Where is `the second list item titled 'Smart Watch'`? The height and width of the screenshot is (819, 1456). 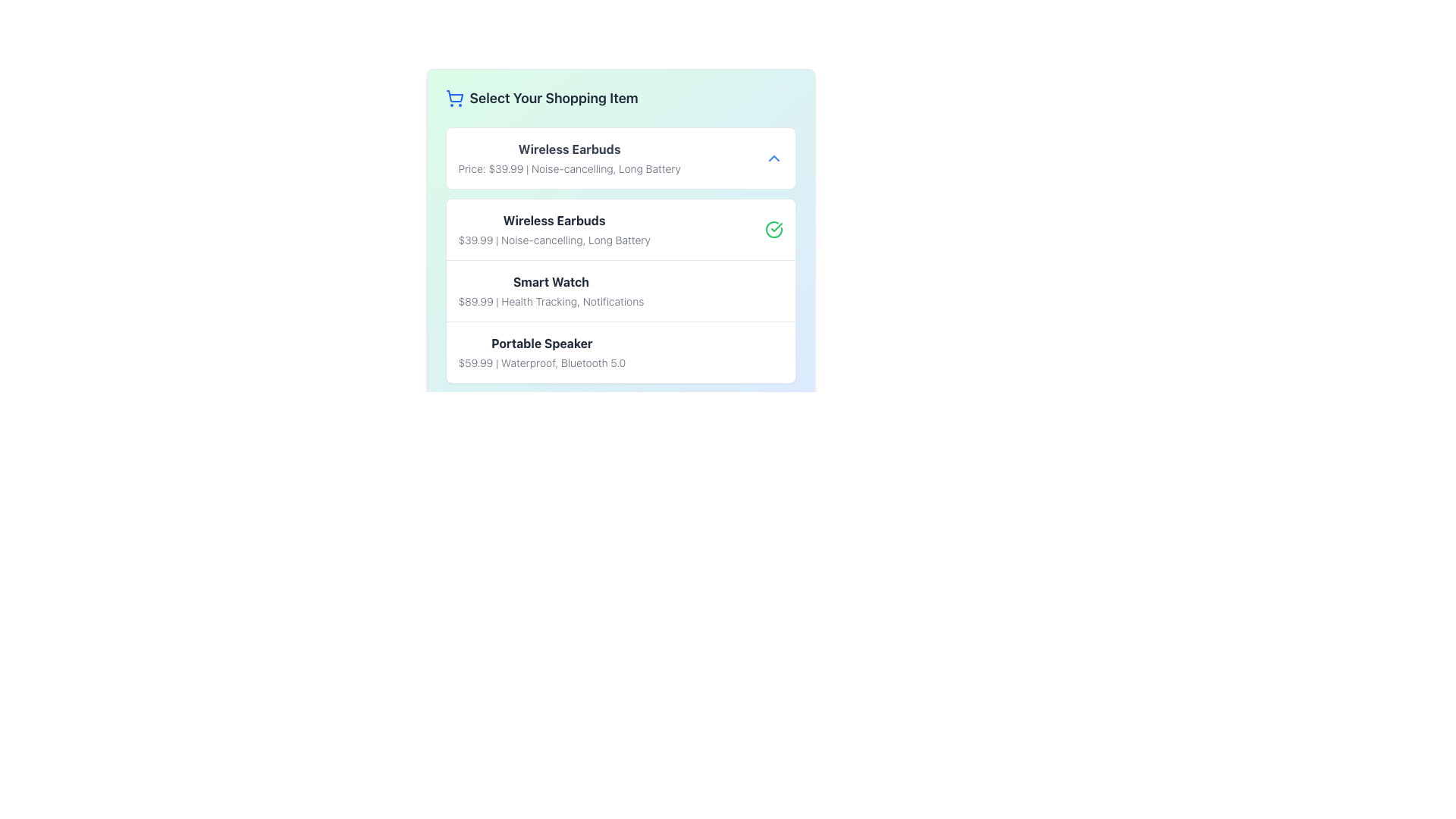 the second list item titled 'Smart Watch' is located at coordinates (620, 290).